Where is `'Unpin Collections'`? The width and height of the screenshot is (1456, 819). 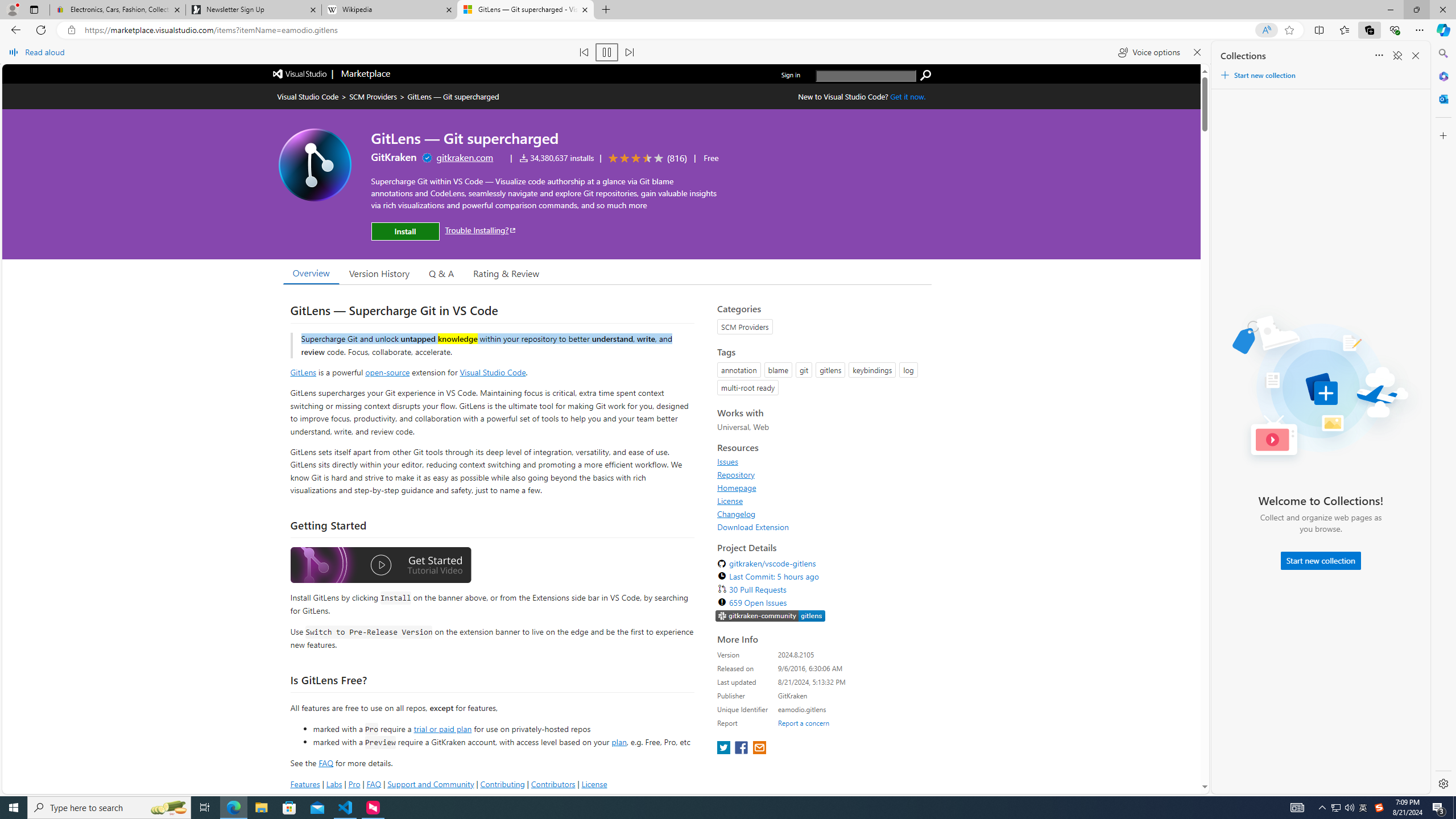 'Unpin Collections' is located at coordinates (1396, 55).